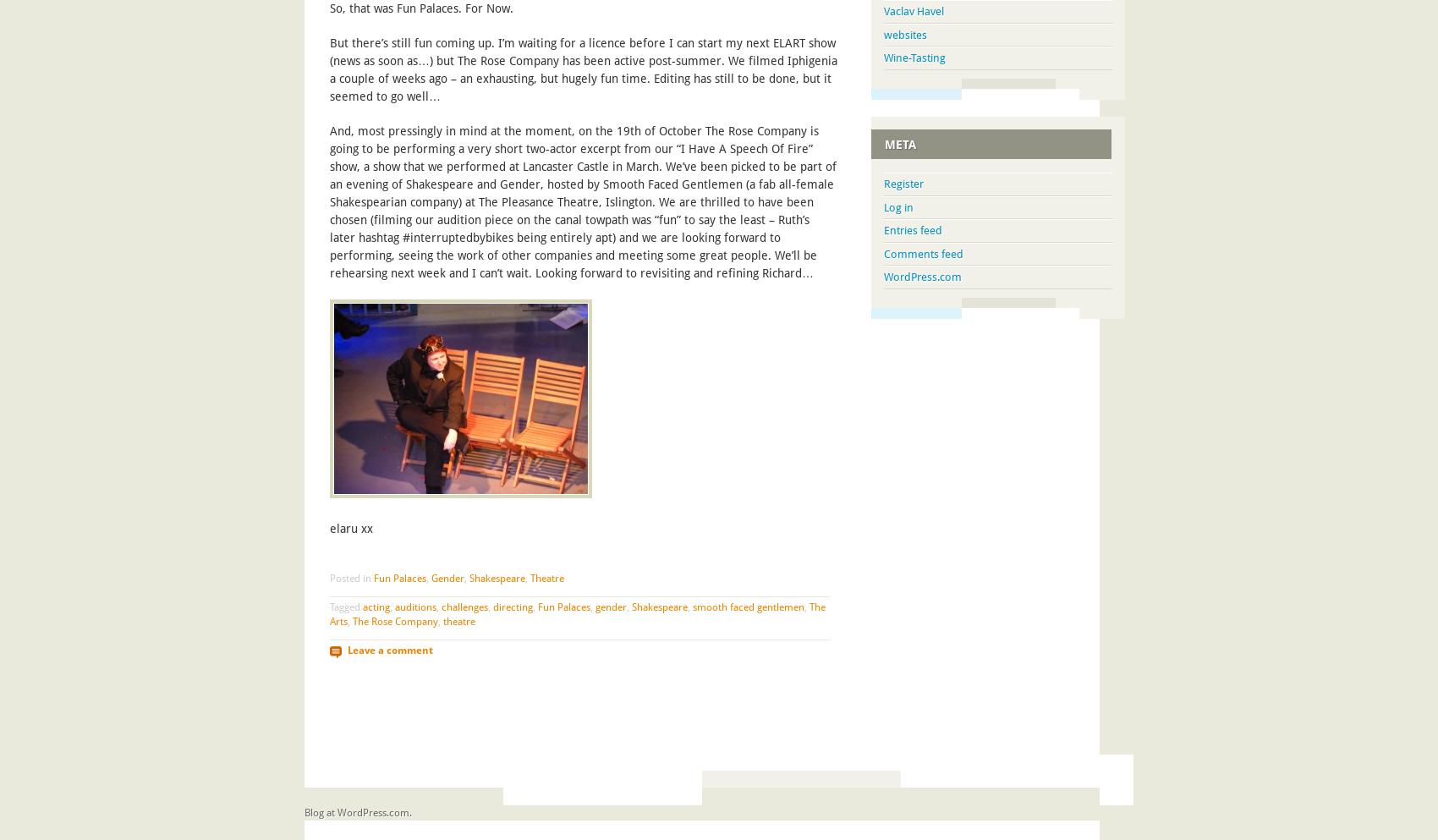 The height and width of the screenshot is (840, 1438). What do you see at coordinates (350, 527) in the screenshot?
I see `'elaru xx'` at bounding box center [350, 527].